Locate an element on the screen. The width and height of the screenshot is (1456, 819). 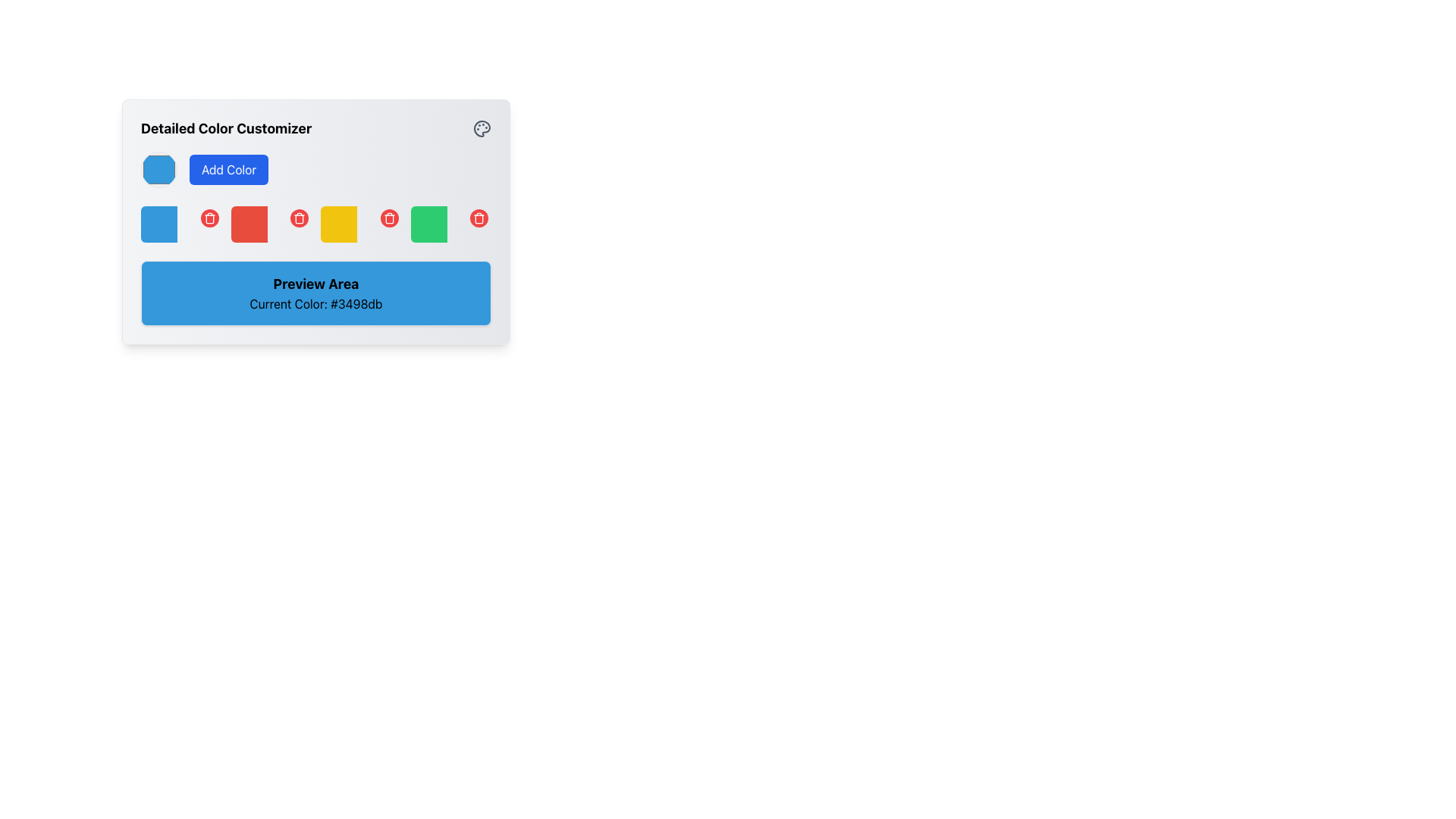
the small, circular red delete button with a white trash bin icon is located at coordinates (209, 218).